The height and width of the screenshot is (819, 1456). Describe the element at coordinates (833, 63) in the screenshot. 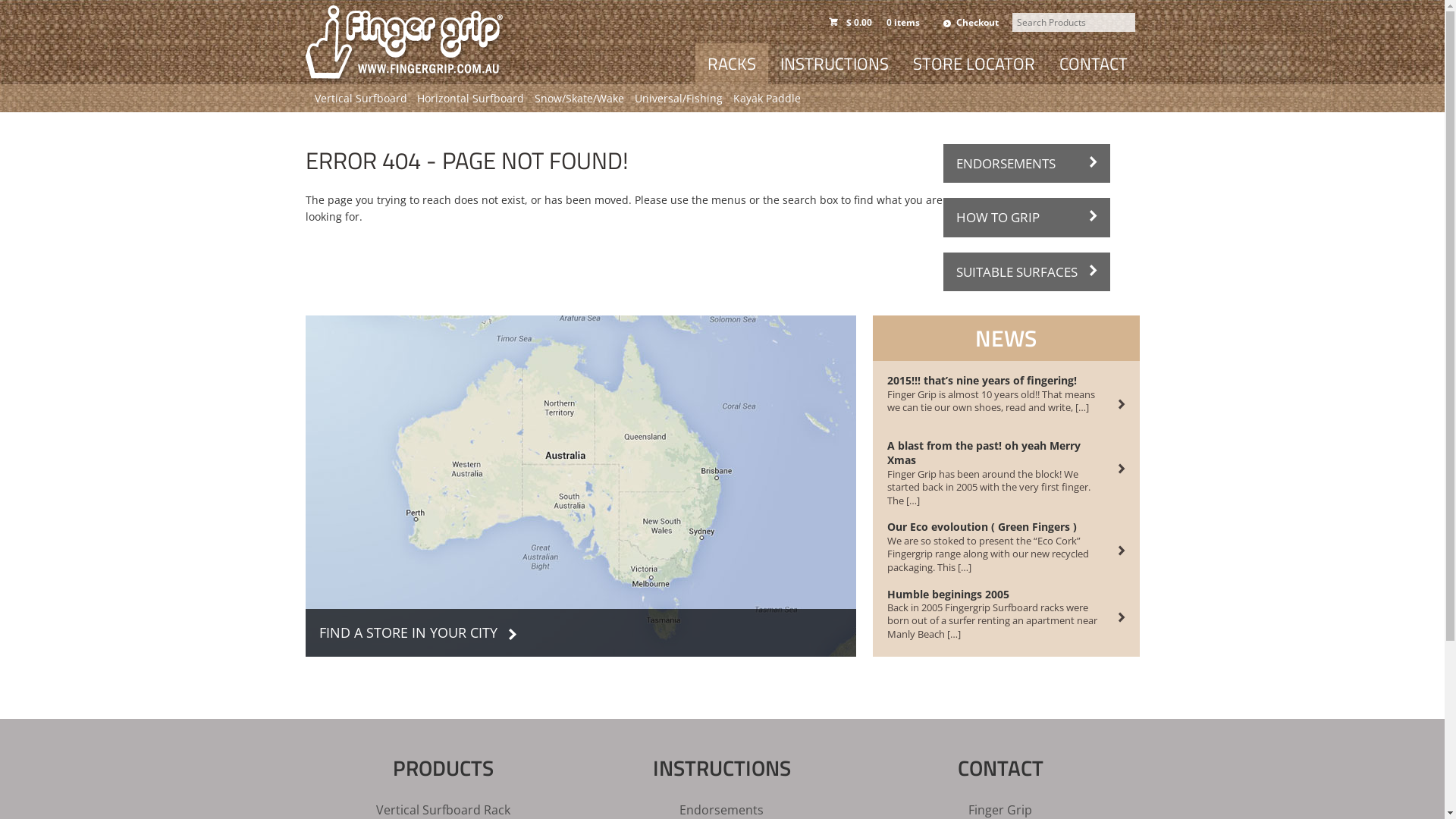

I see `'INSTRUCTIONS'` at that location.